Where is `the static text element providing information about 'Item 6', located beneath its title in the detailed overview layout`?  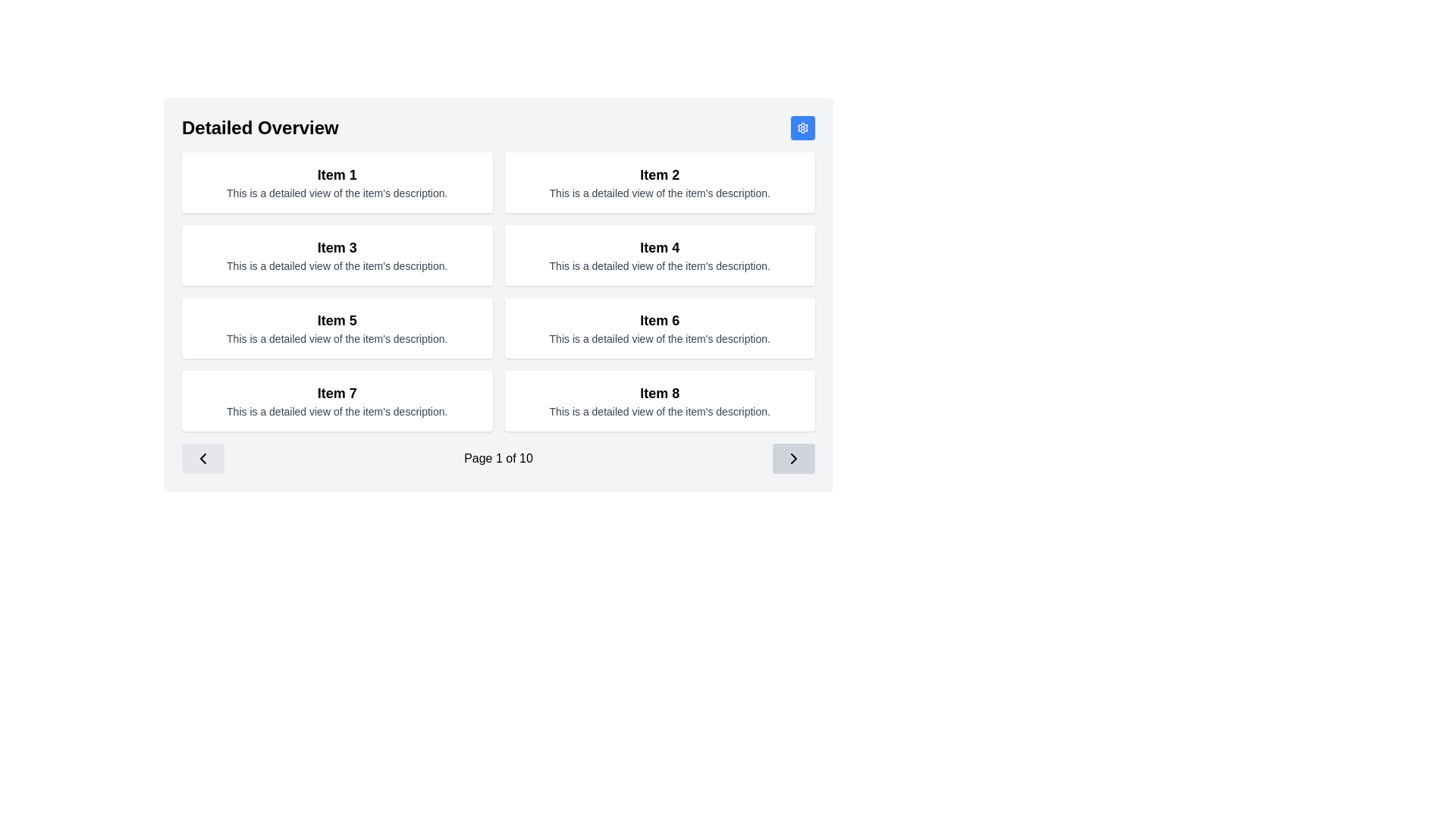 the static text element providing information about 'Item 6', located beneath its title in the detailed overview layout is located at coordinates (660, 338).